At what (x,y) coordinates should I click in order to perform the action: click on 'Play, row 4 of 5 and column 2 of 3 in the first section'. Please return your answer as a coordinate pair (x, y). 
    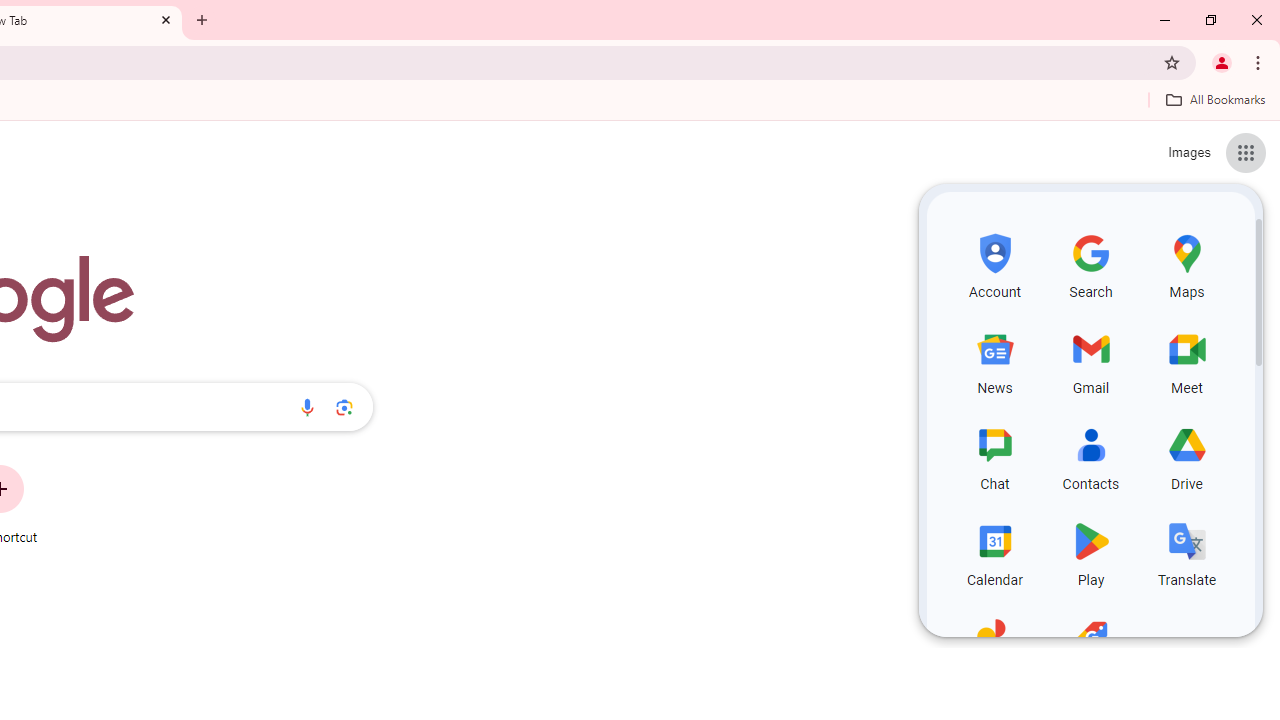
    Looking at the image, I should click on (1090, 551).